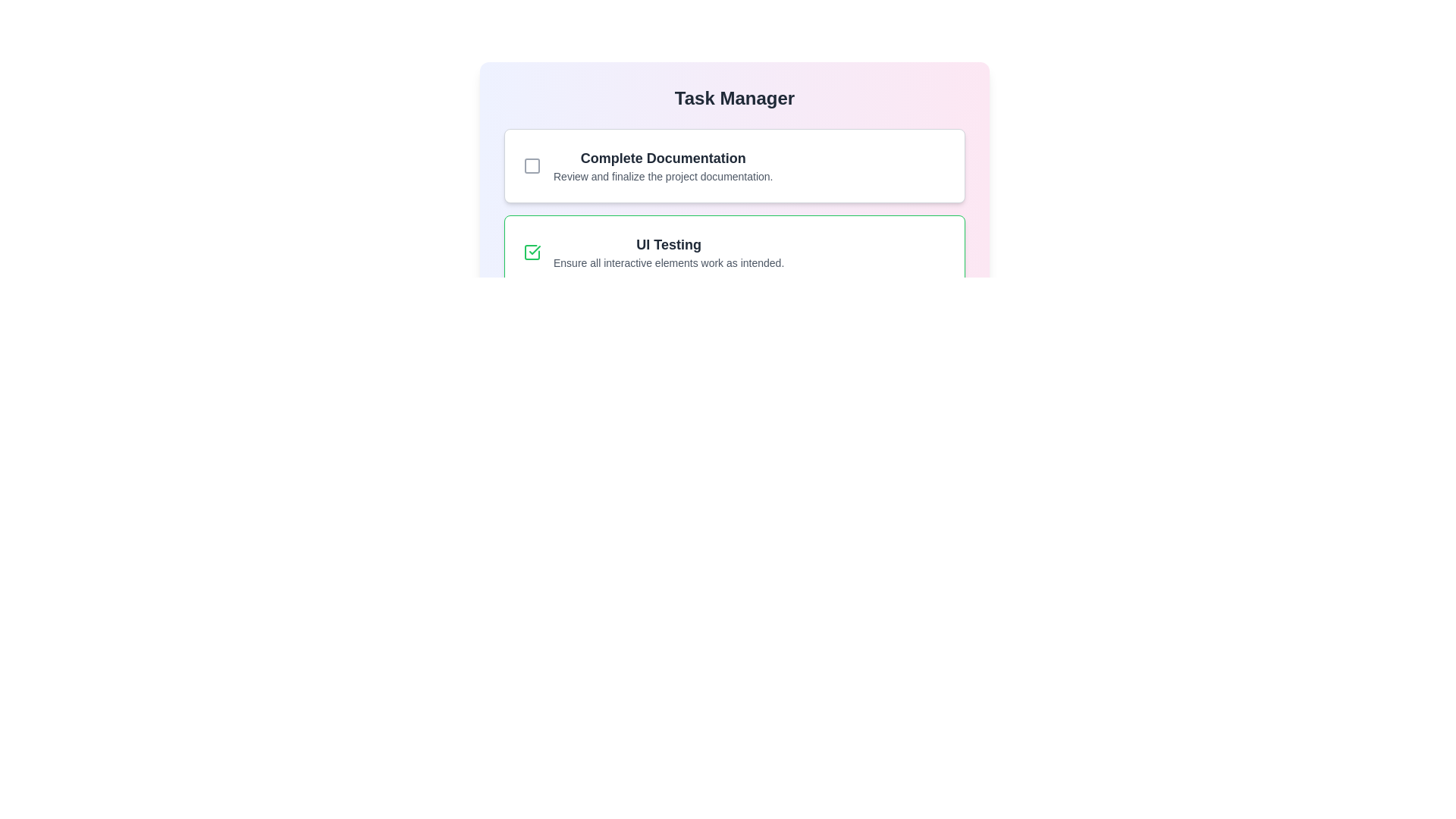 The image size is (1456, 819). Describe the element at coordinates (535, 249) in the screenshot. I see `small green check-mark icon located inside the green rectangle to the left of the 'UI Testing' task item for its properties` at that location.